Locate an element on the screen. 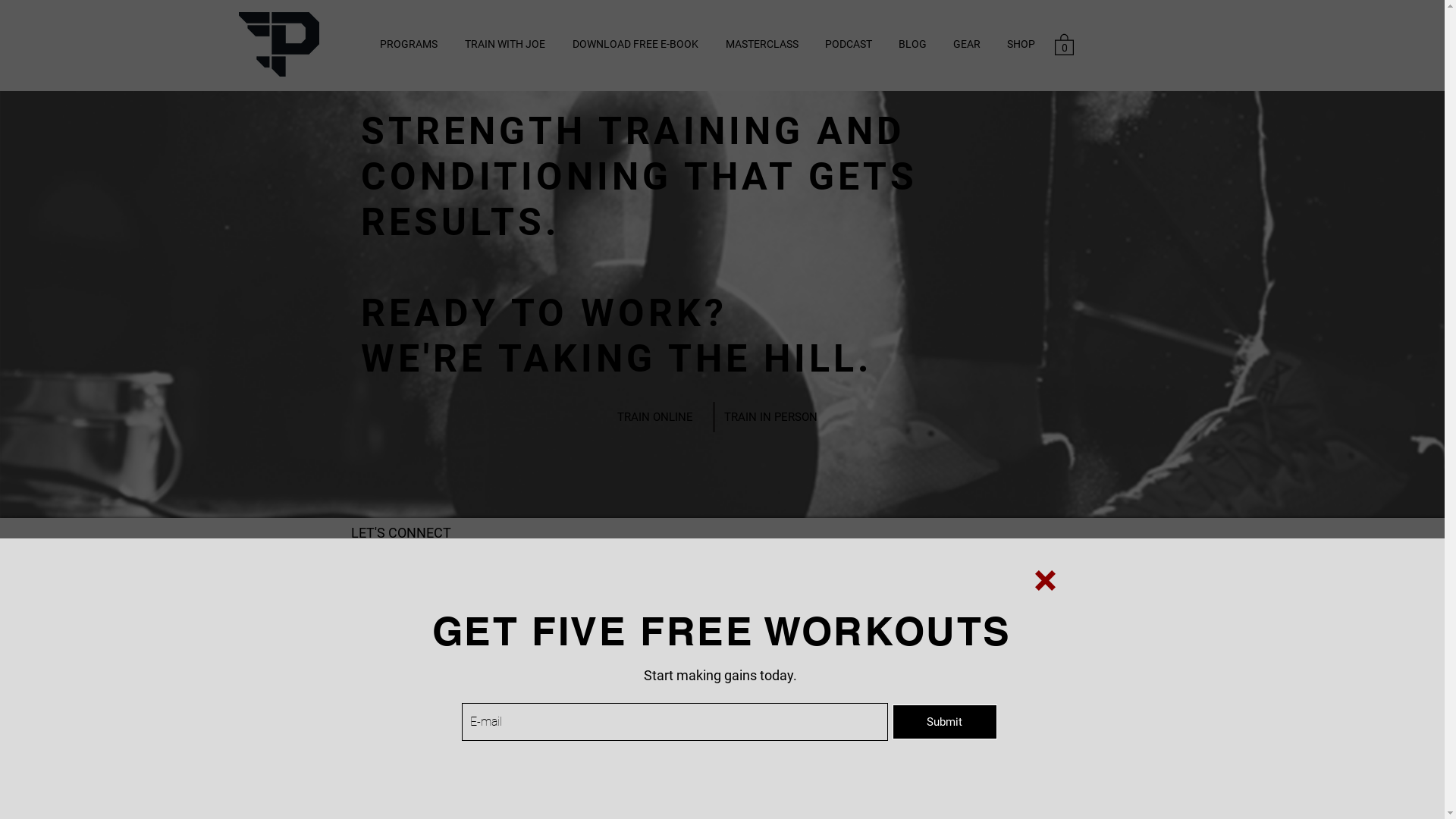 This screenshot has height=819, width=1456. 'PROGRAMS' is located at coordinates (407, 43).